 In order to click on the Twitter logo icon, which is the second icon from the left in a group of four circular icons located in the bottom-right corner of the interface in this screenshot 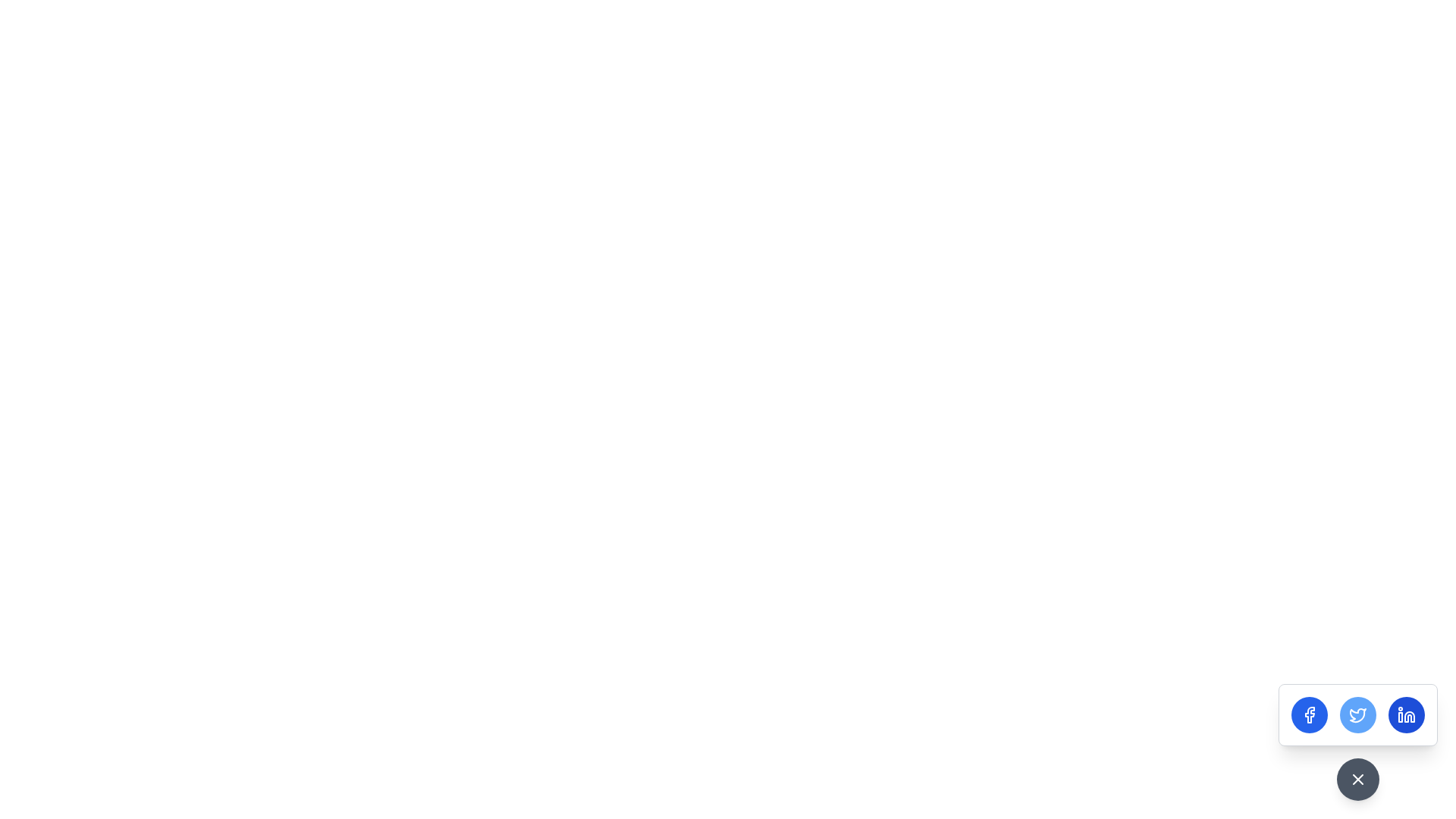, I will do `click(1357, 714)`.